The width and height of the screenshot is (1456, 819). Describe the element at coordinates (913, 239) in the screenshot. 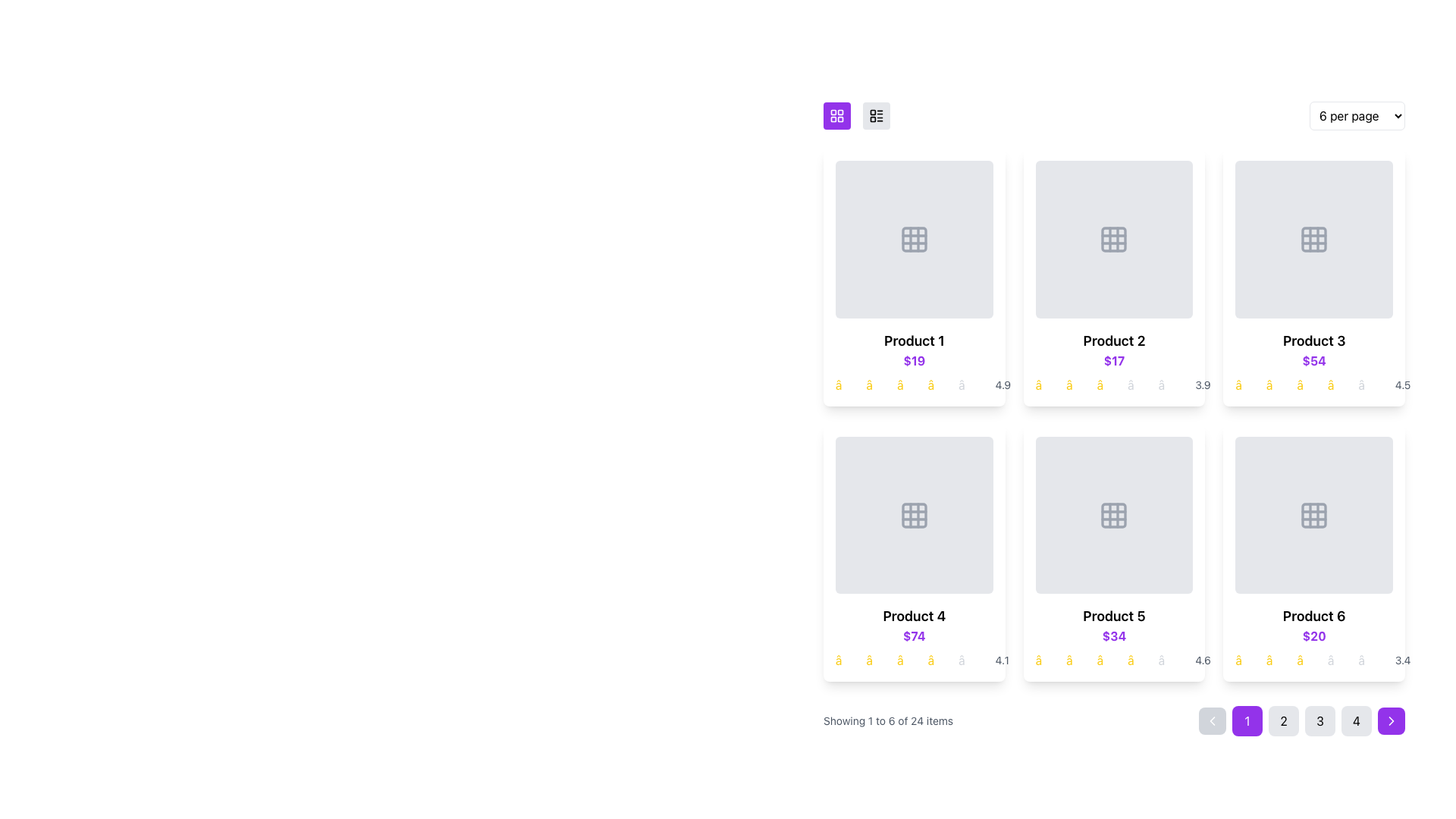

I see `the Placeholder icon located in the top-left corner of the first product card under the view switcher section` at that location.